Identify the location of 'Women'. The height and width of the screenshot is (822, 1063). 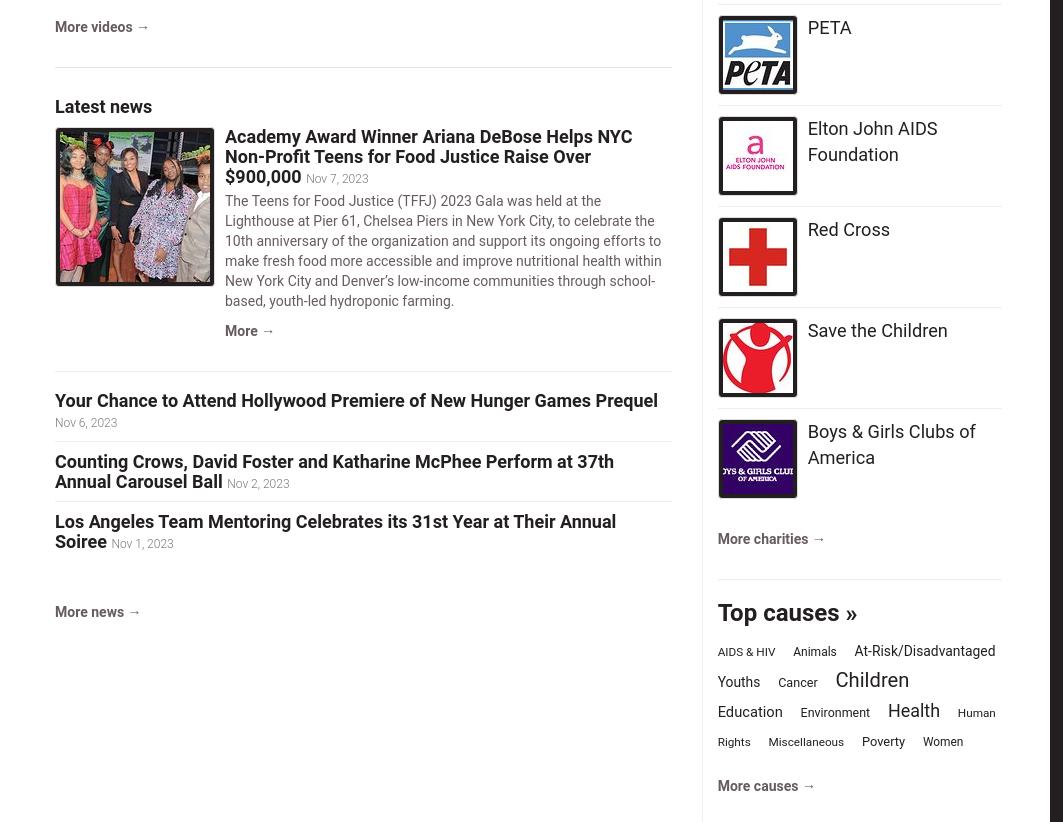
(941, 740).